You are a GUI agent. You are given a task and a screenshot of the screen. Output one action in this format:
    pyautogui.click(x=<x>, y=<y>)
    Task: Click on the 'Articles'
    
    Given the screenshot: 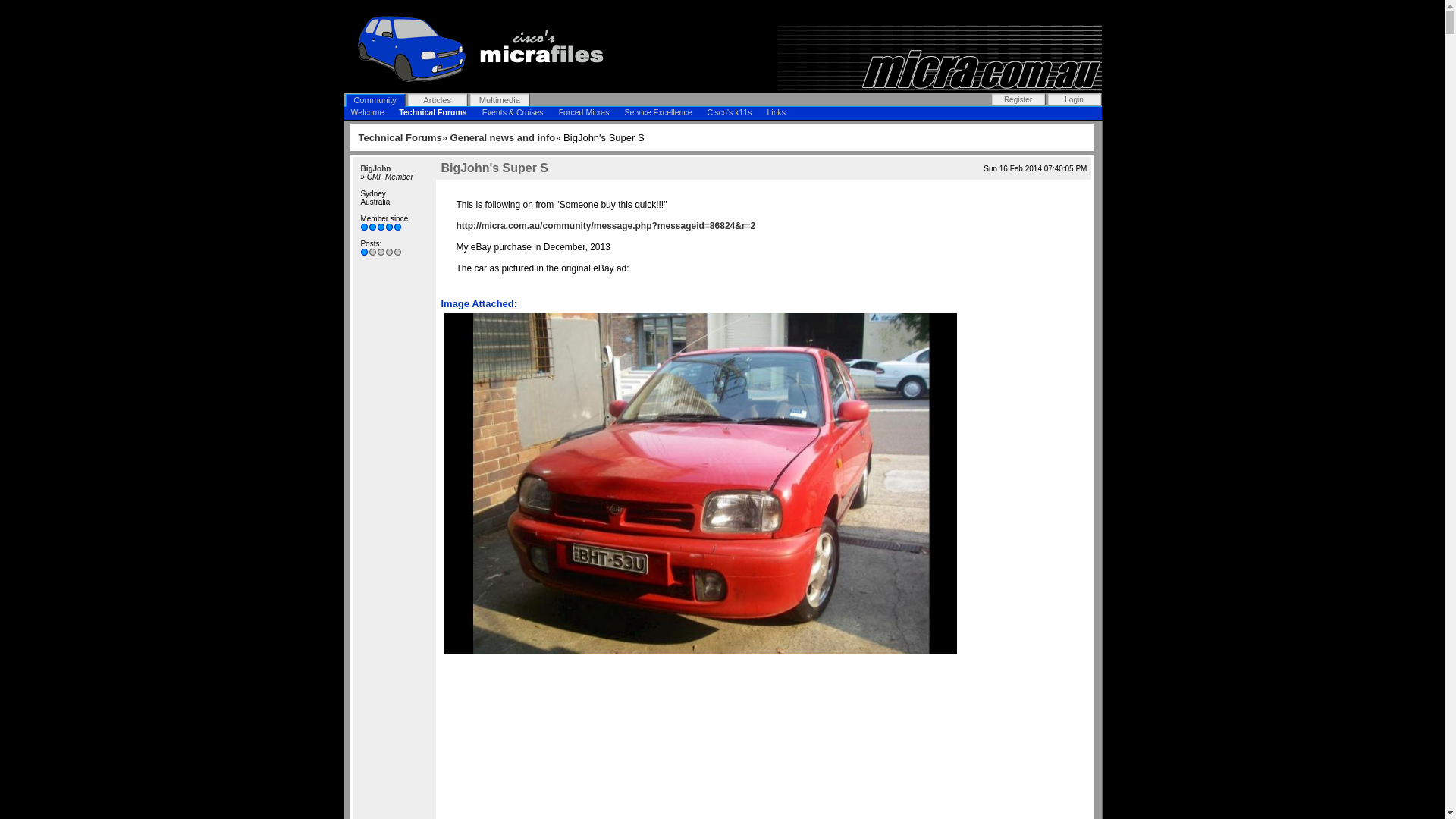 What is the action you would take?
    pyautogui.click(x=436, y=99)
    